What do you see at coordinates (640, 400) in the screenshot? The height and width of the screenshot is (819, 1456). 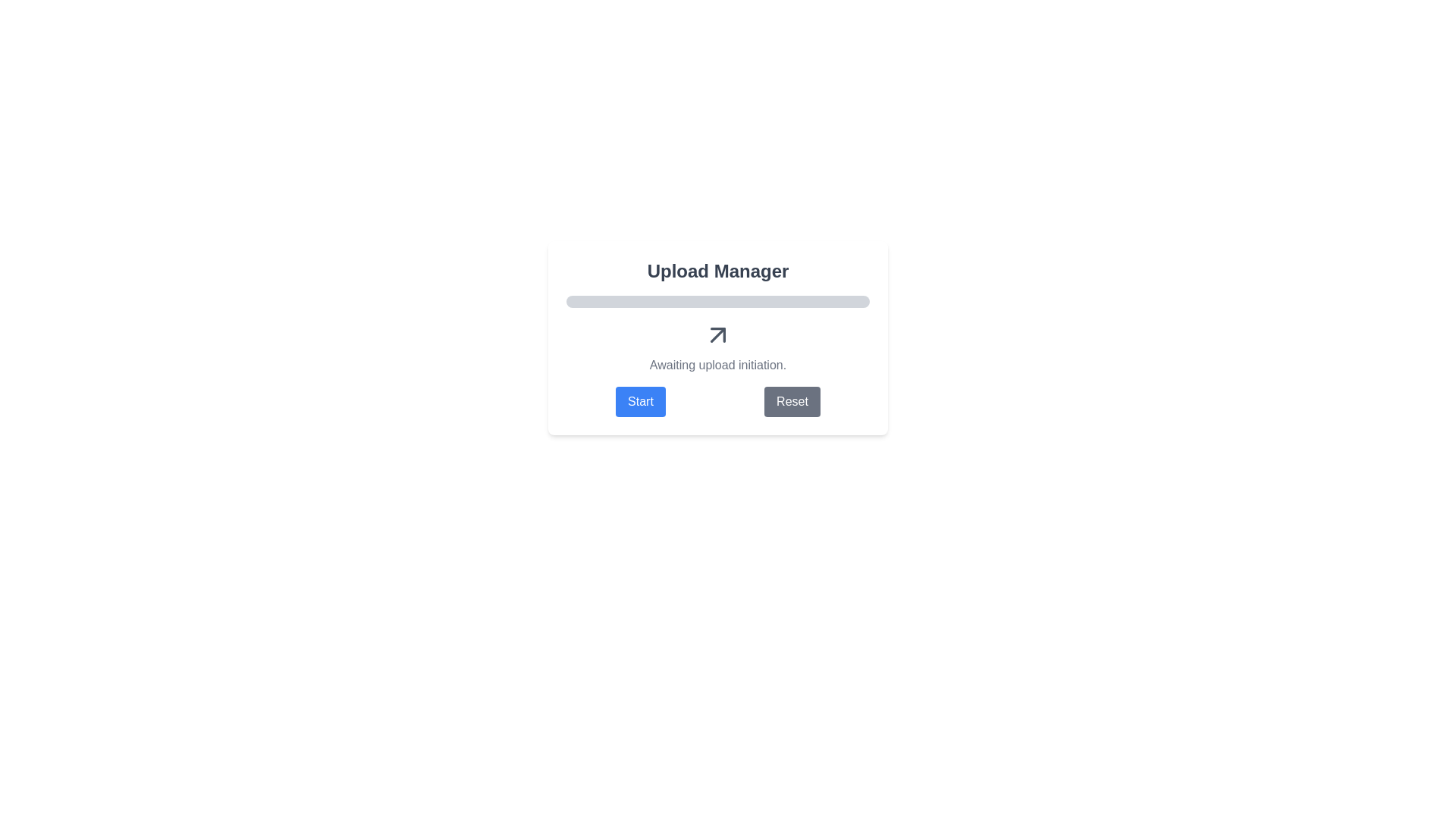 I see `the blue 'Start' button with white text to initiate the action` at bounding box center [640, 400].